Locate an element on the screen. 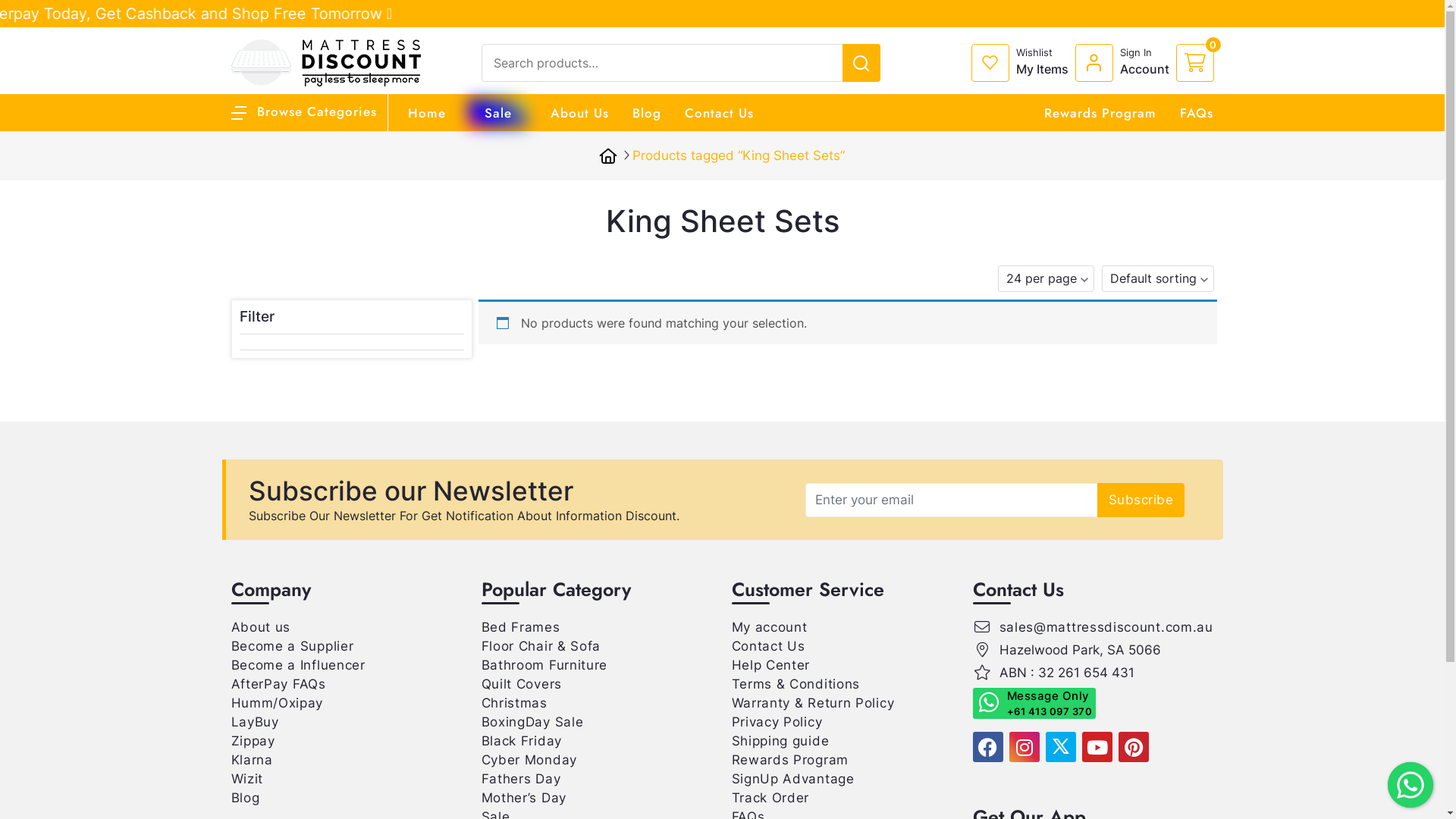  'Search' is located at coordinates (1363, 17).